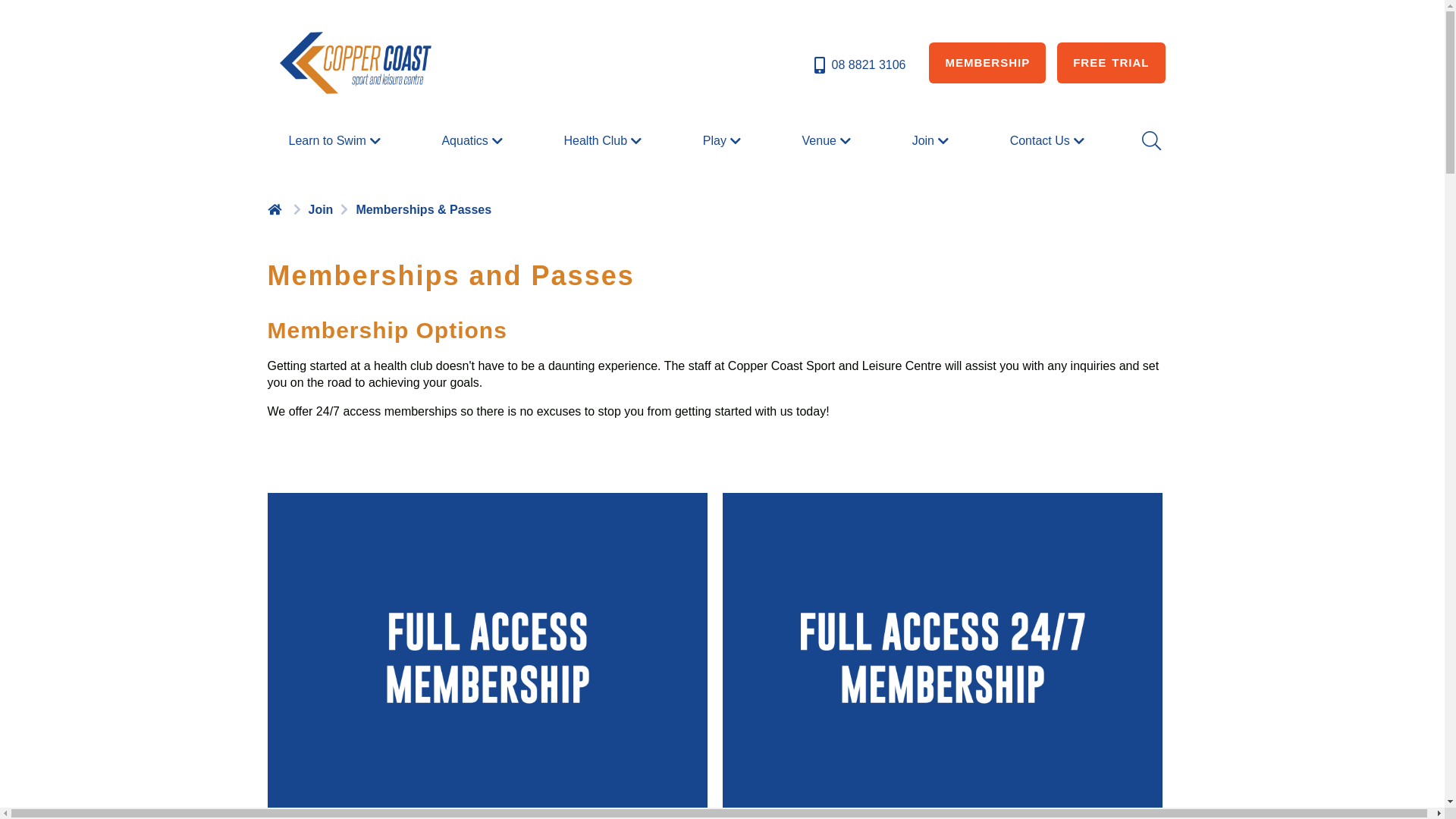 This screenshot has height=819, width=1456. What do you see at coordinates (1004, 140) in the screenshot?
I see `'Contact Us'` at bounding box center [1004, 140].